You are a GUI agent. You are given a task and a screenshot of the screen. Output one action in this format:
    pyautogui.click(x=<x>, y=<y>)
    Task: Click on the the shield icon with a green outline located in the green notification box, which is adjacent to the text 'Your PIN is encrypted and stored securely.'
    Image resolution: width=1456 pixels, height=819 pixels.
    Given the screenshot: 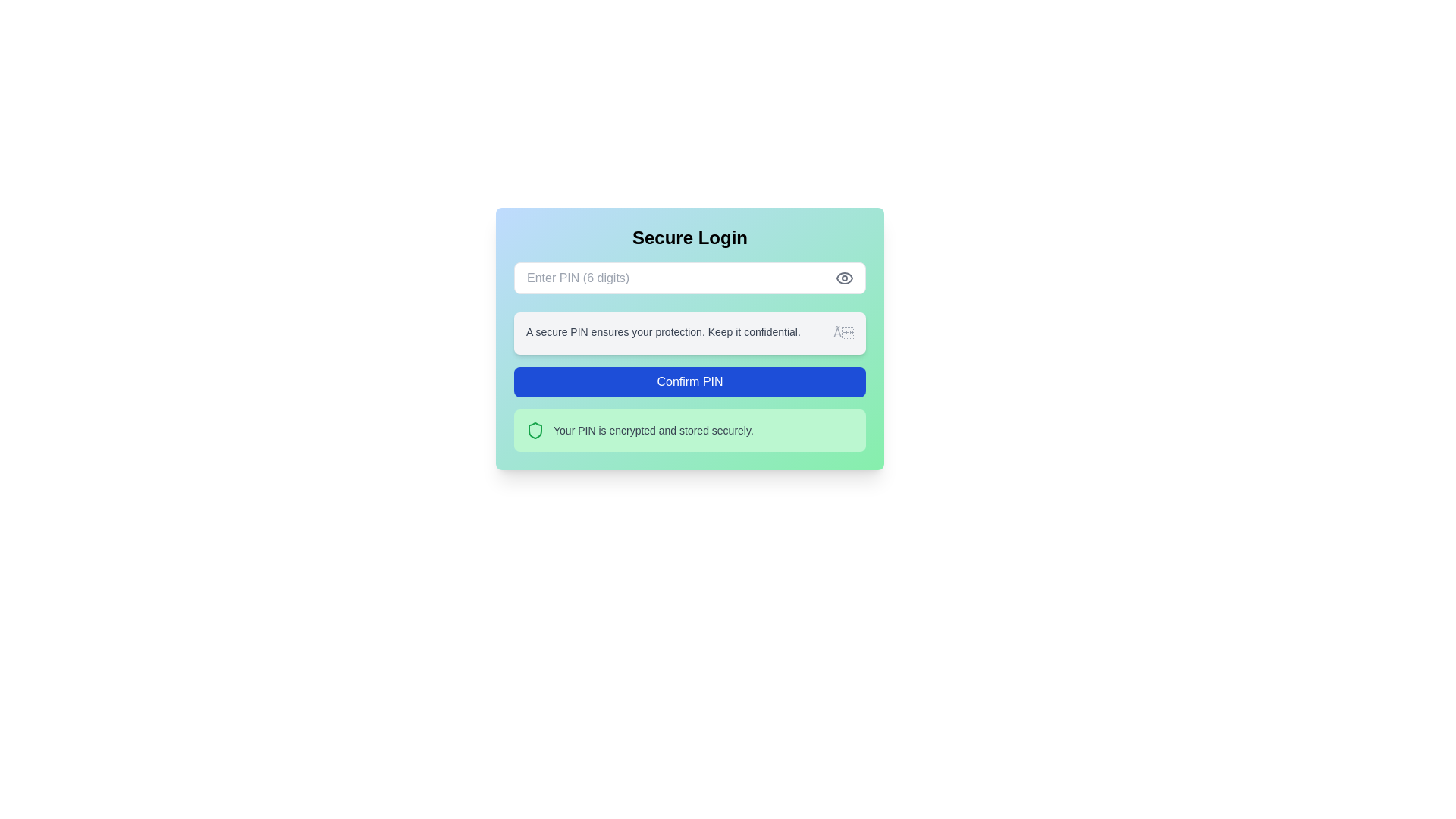 What is the action you would take?
    pyautogui.click(x=535, y=430)
    